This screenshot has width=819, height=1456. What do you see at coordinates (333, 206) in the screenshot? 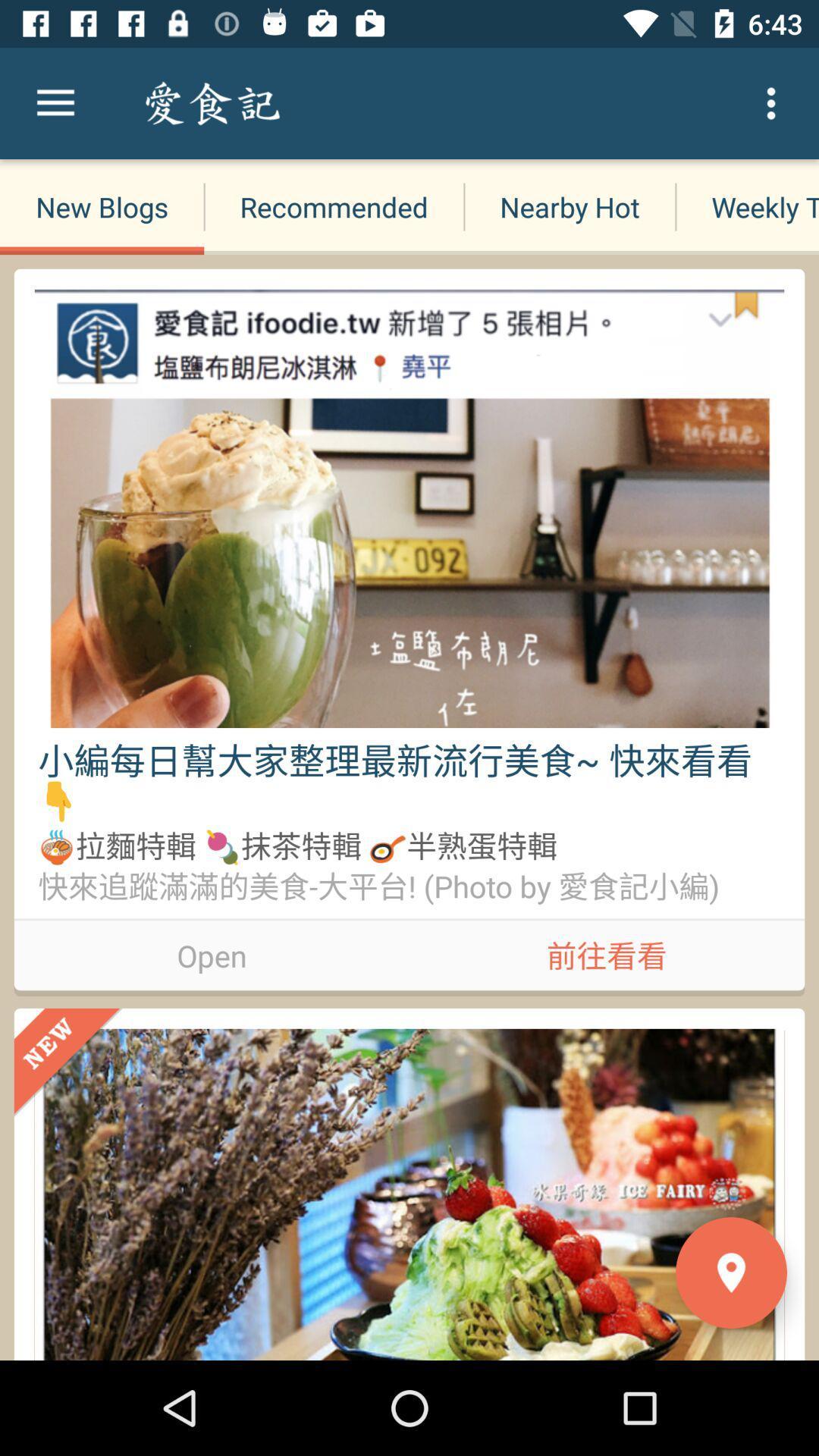
I see `recommended icon` at bounding box center [333, 206].